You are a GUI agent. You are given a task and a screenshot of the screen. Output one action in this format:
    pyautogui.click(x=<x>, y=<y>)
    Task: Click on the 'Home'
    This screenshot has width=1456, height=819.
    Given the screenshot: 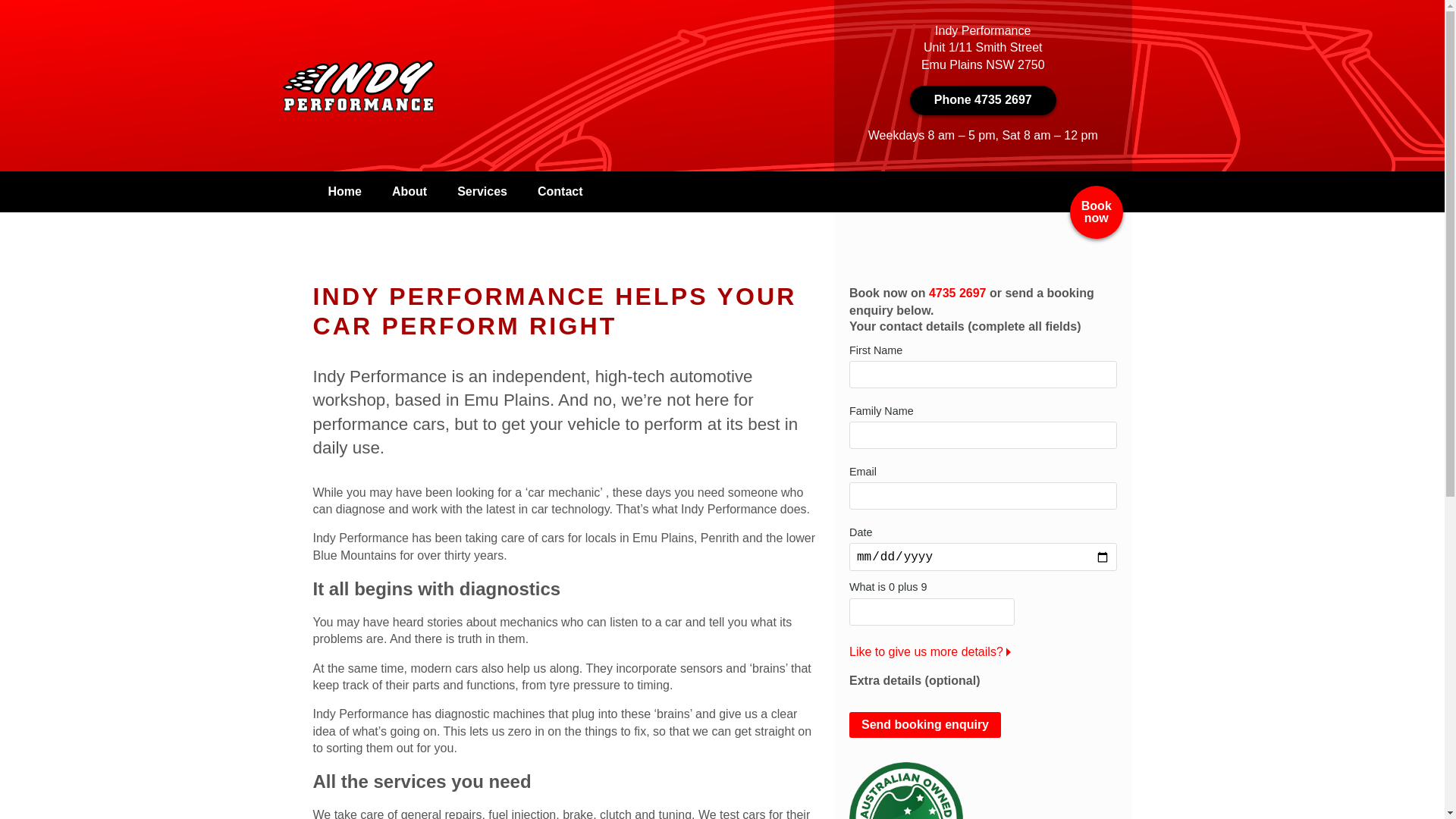 What is the action you would take?
    pyautogui.click(x=344, y=191)
    